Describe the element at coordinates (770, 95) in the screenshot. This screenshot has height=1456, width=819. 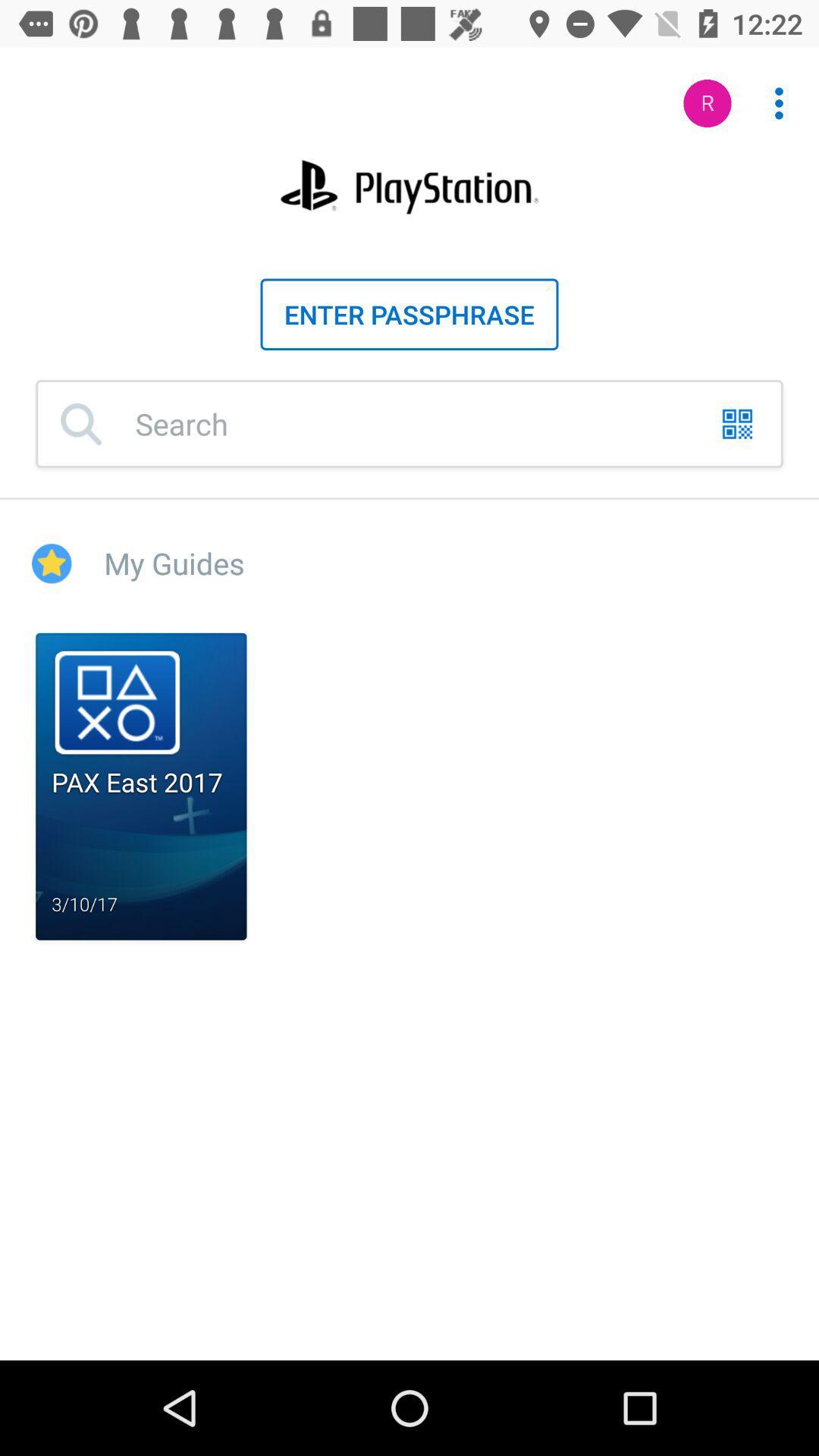
I see `the more icon` at that location.